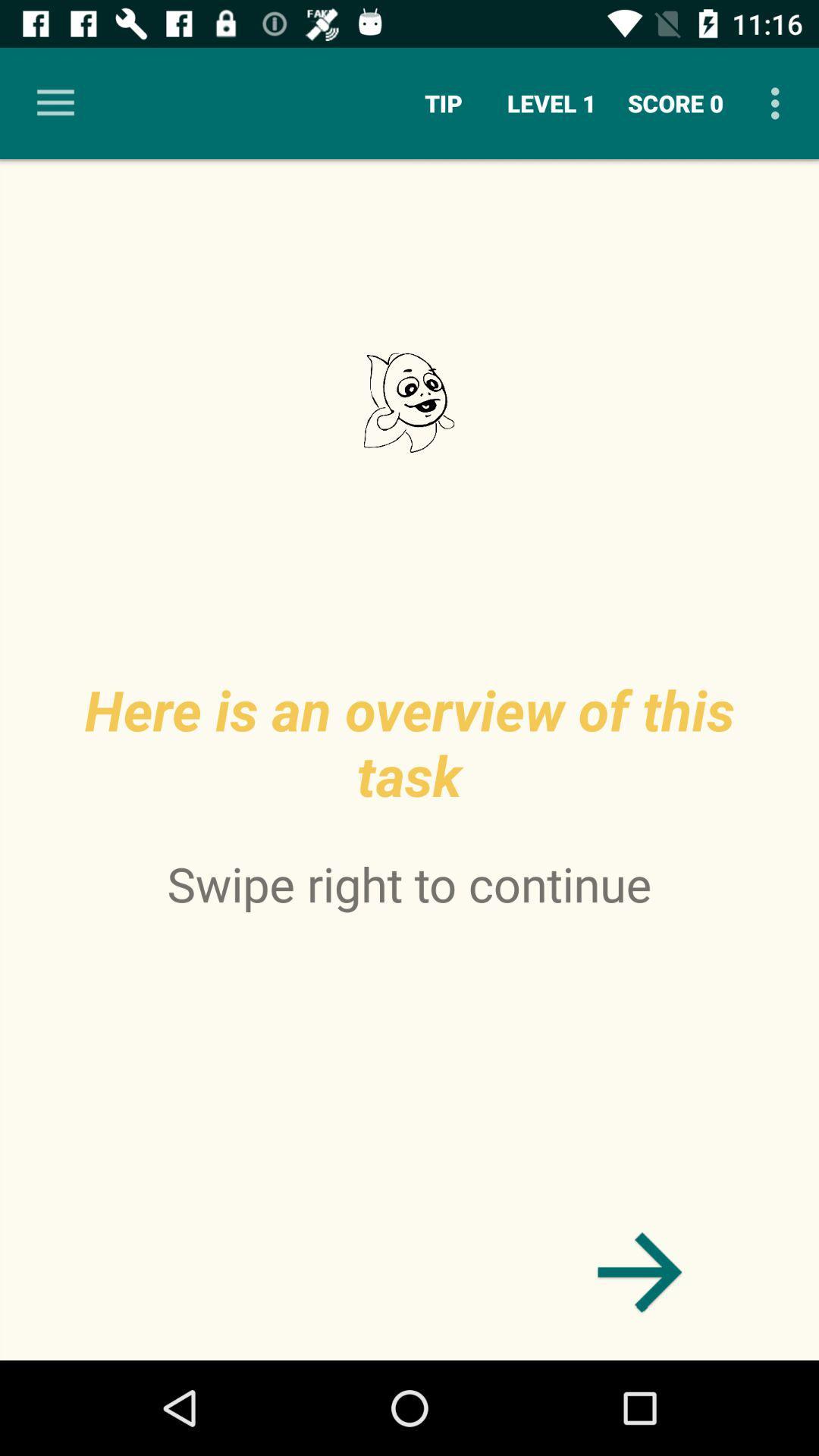  I want to click on the icon next to score 0, so click(779, 102).